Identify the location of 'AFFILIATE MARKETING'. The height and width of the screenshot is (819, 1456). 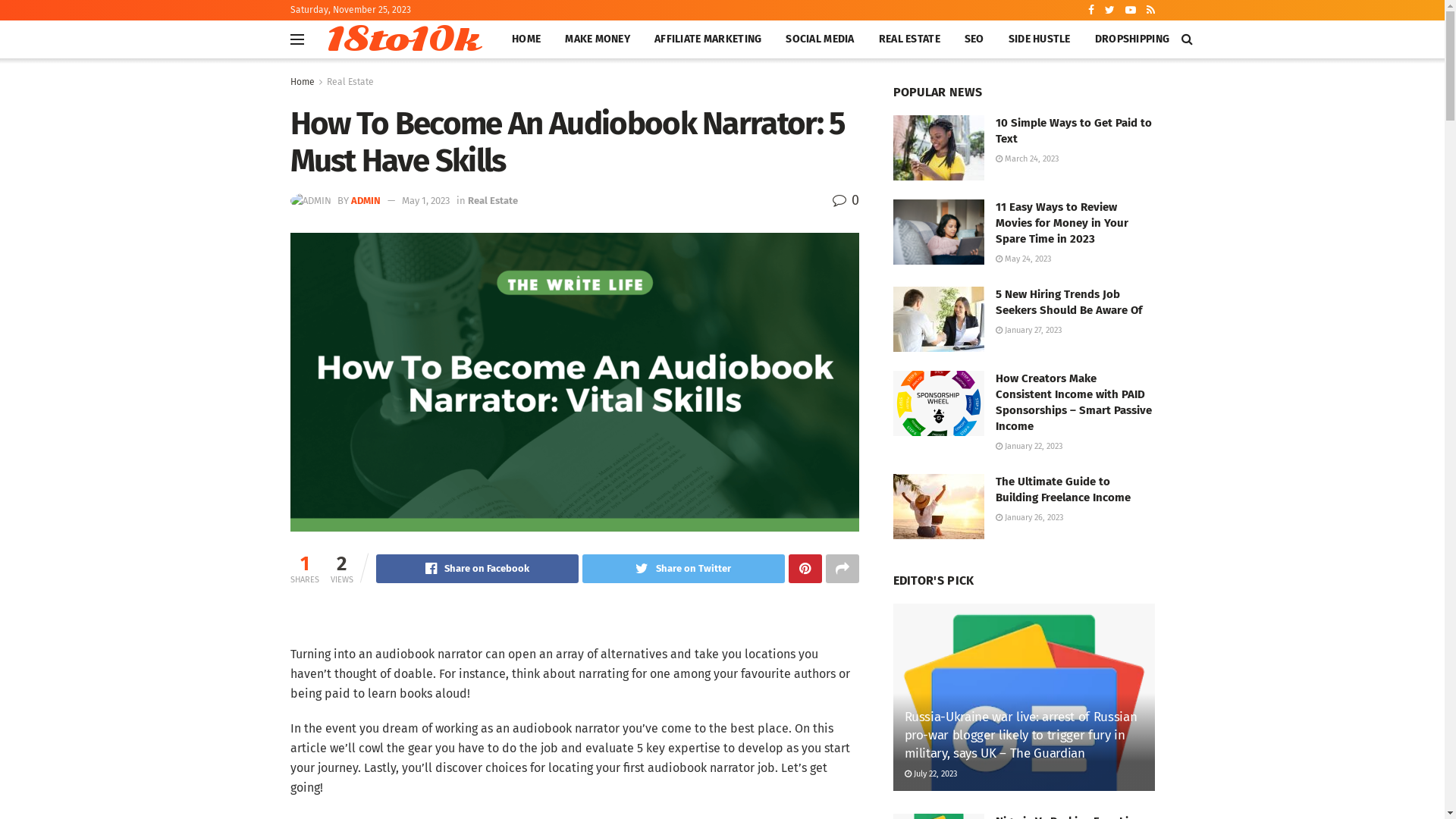
(707, 38).